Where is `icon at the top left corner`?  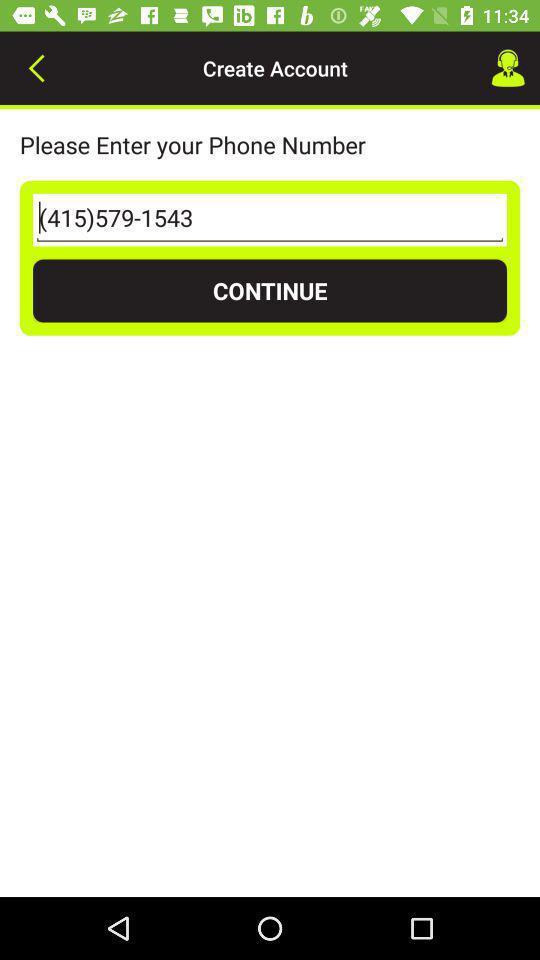
icon at the top left corner is located at coordinates (36, 68).